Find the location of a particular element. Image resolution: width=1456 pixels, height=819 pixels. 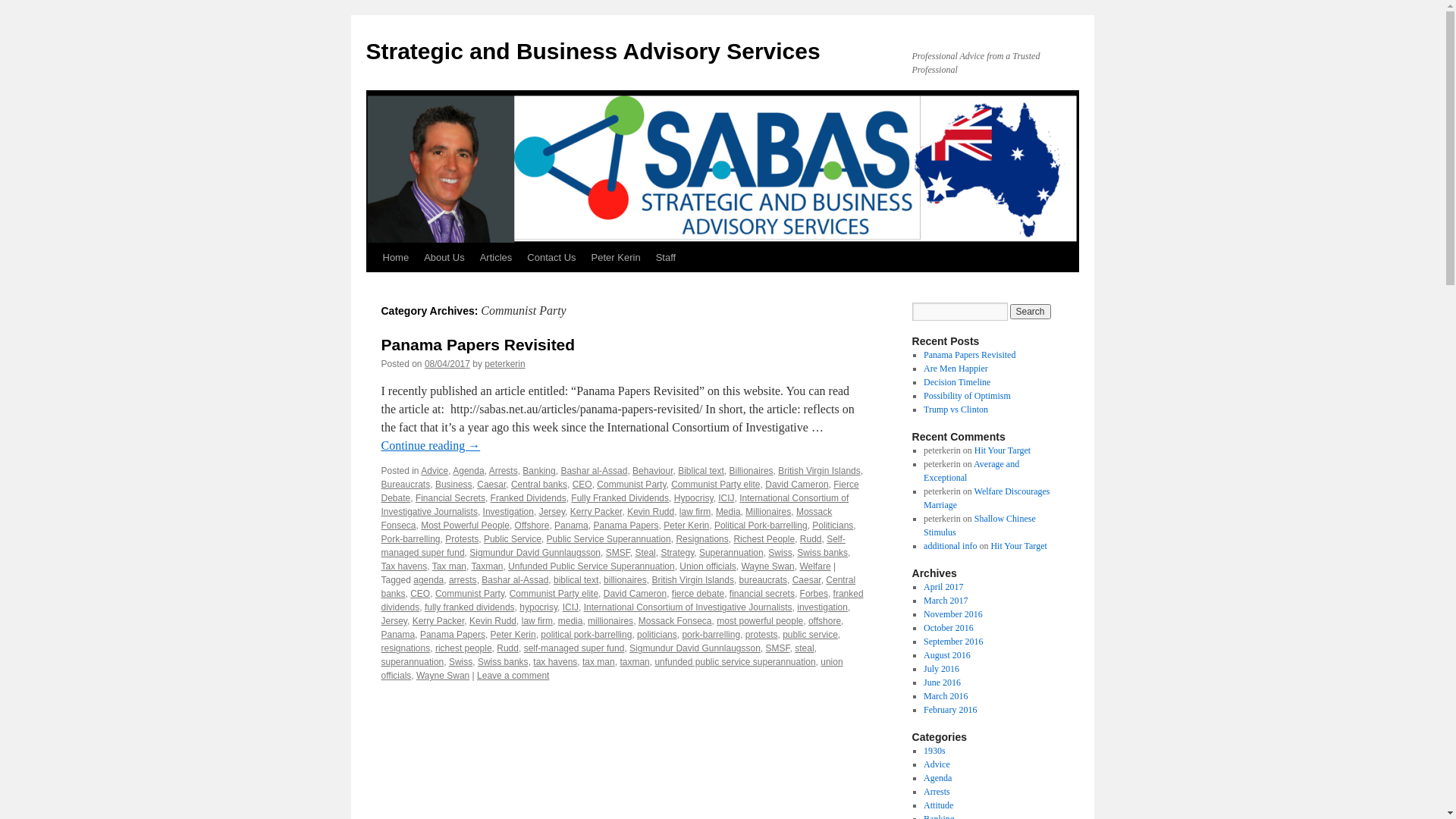

'March 2016' is located at coordinates (945, 696).